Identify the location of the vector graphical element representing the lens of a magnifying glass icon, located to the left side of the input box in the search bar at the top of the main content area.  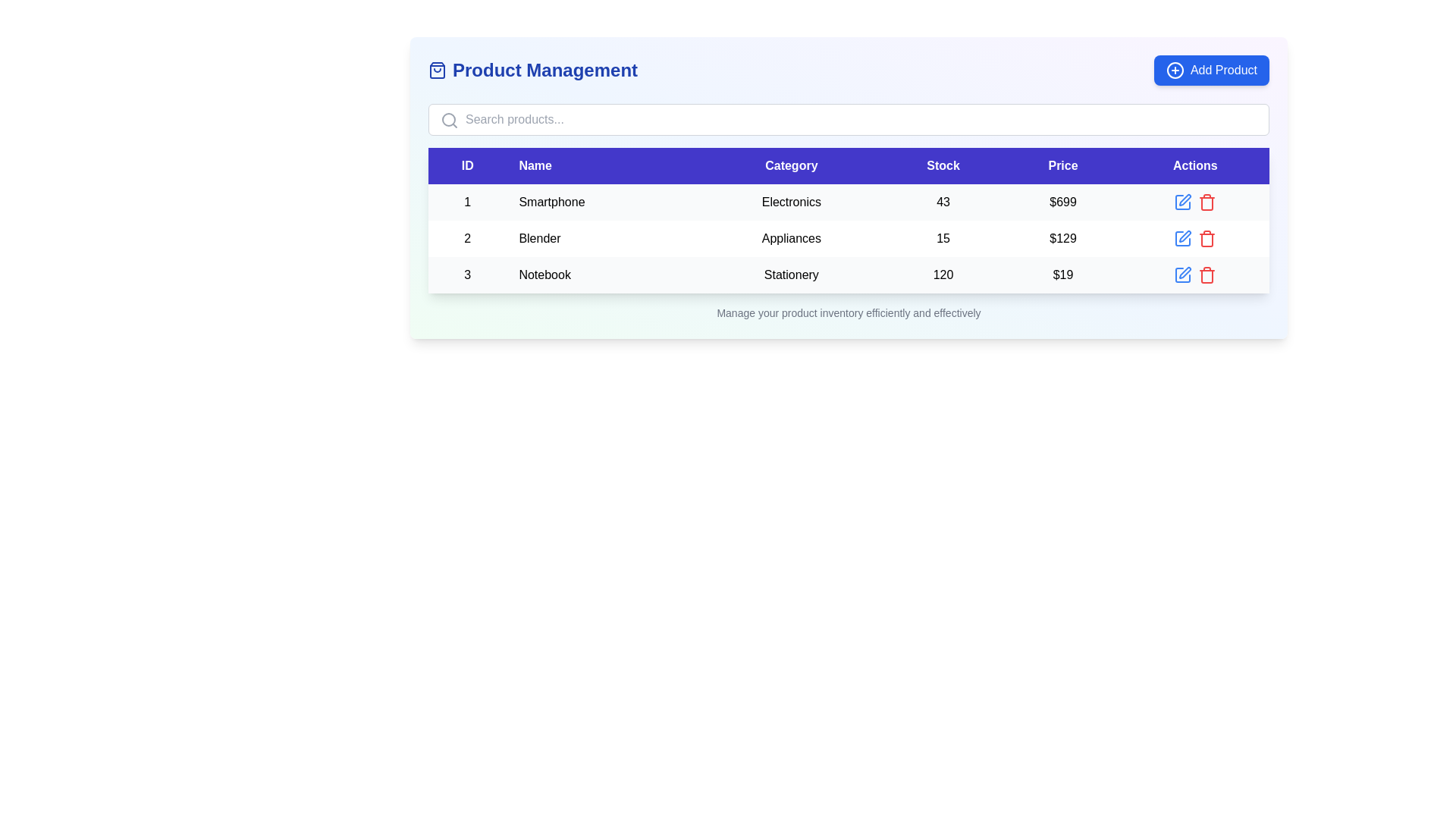
(447, 119).